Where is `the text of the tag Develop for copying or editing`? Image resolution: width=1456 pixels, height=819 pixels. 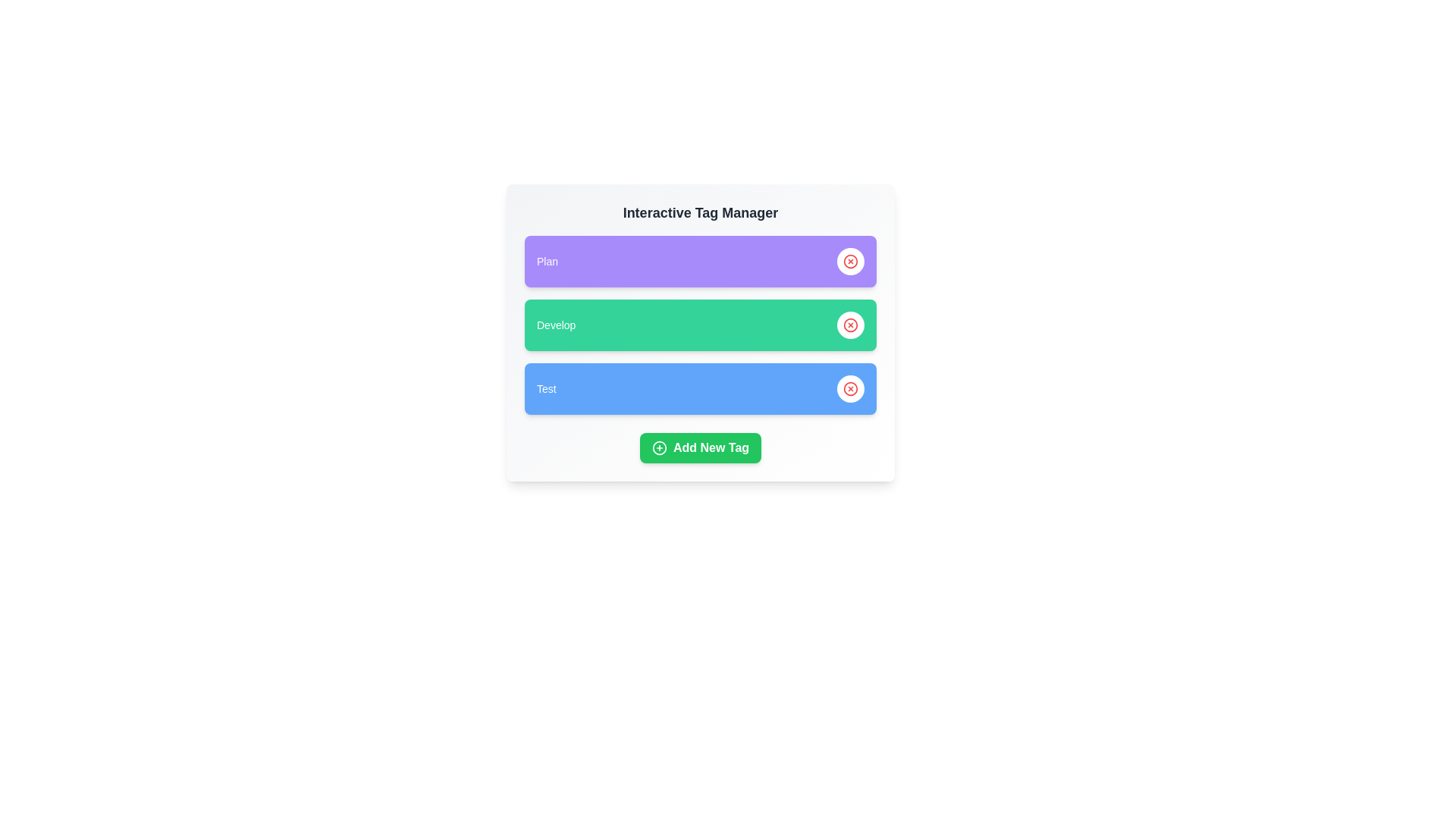
the text of the tag Develop for copying or editing is located at coordinates (555, 324).